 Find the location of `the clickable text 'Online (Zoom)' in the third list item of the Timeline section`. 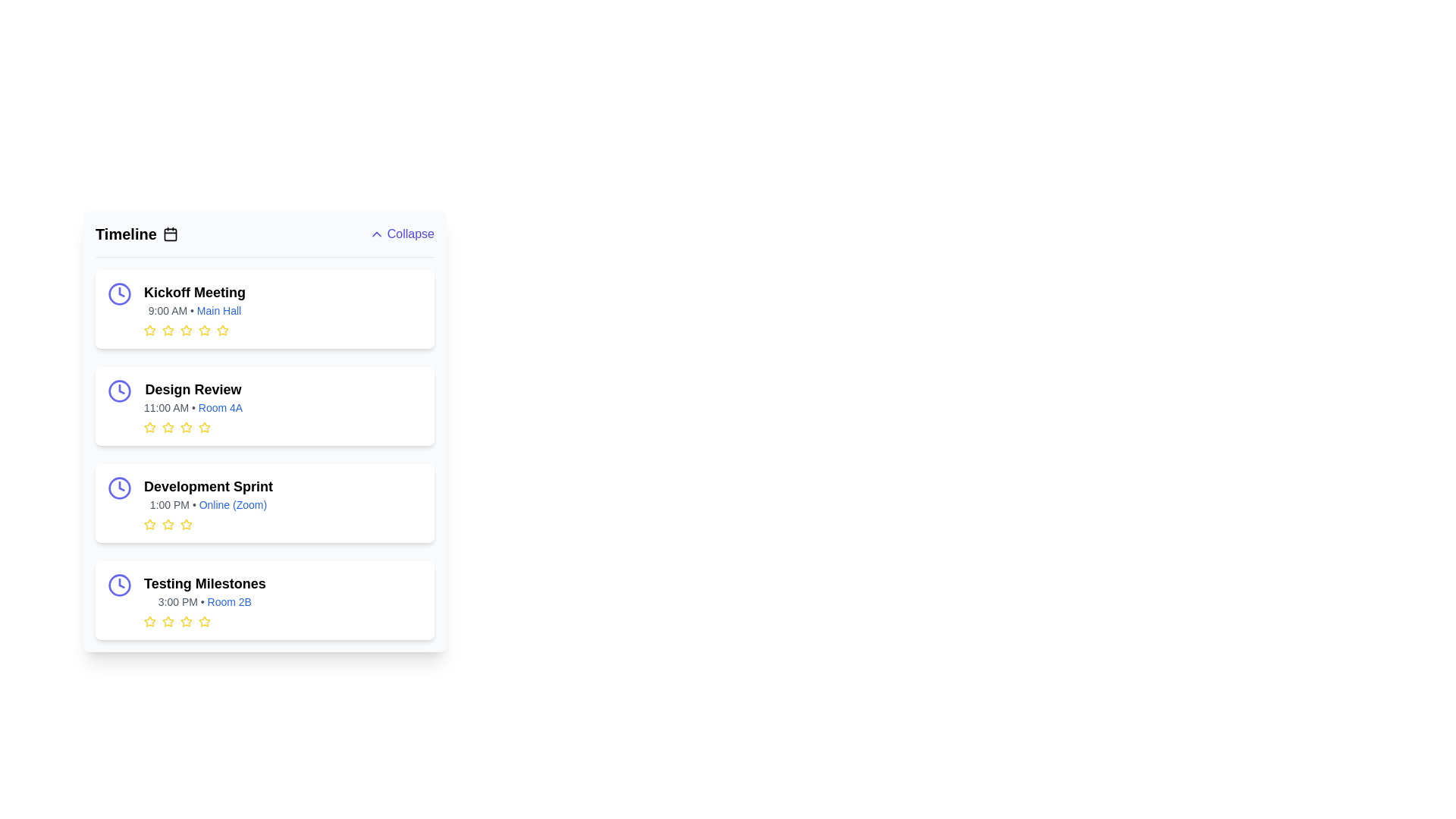

the clickable text 'Online (Zoom)' in the third list item of the Timeline section is located at coordinates (207, 503).